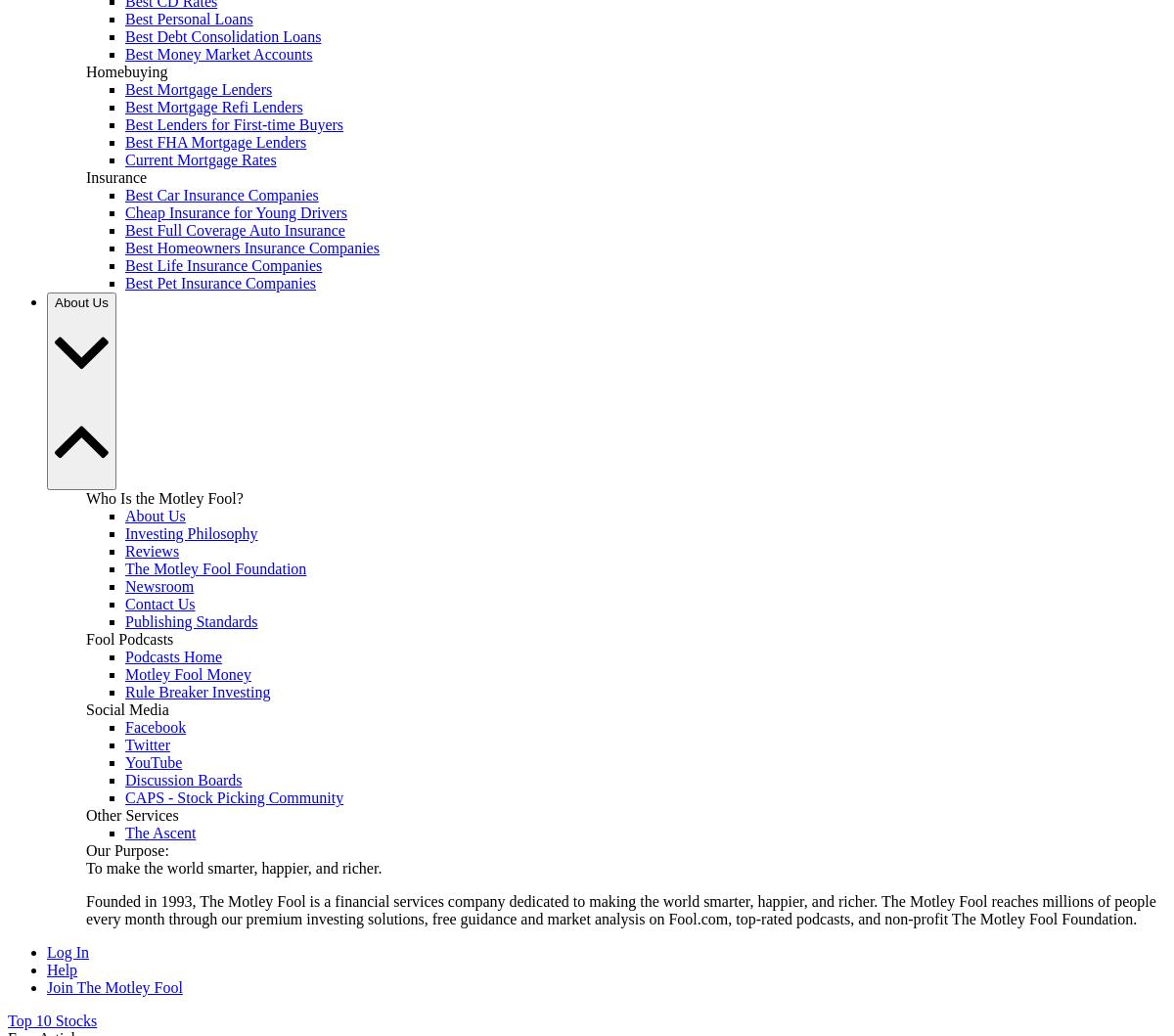 The height and width of the screenshot is (1036, 1174). Describe the element at coordinates (220, 193) in the screenshot. I see `'Best Car Insurance Companies'` at that location.